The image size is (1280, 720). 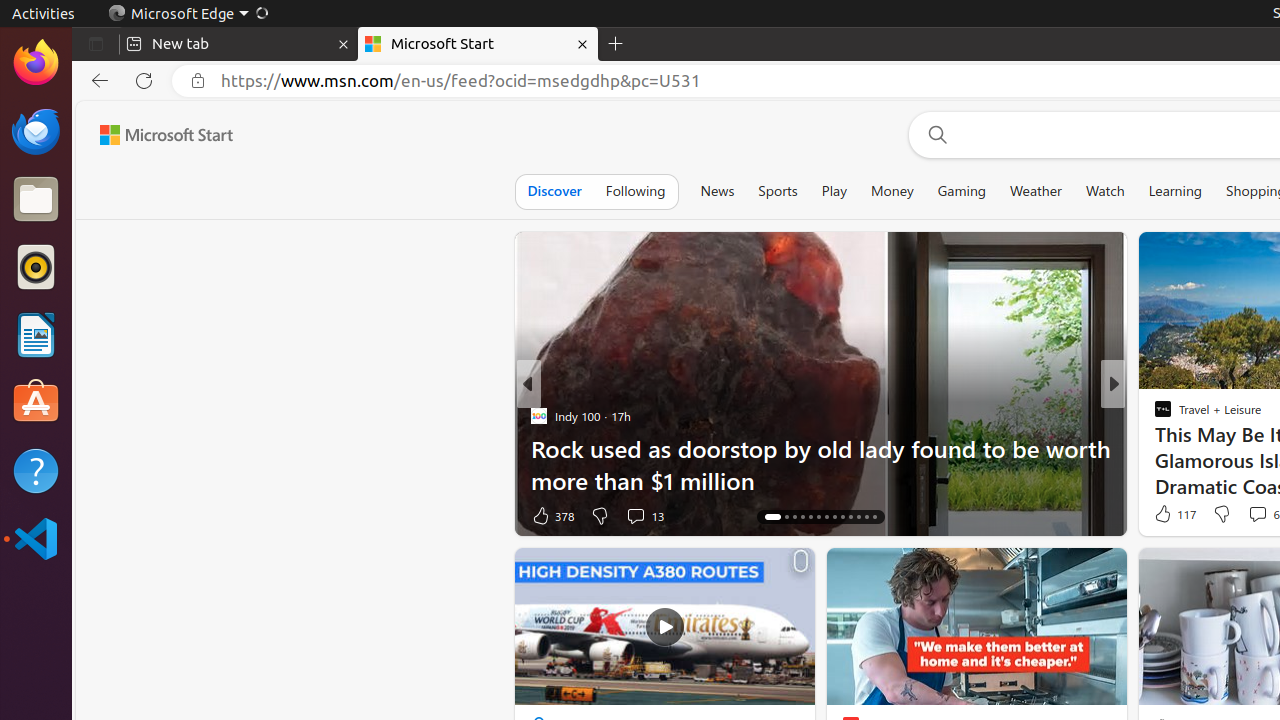 I want to click on '4 Like', so click(x=1161, y=514).